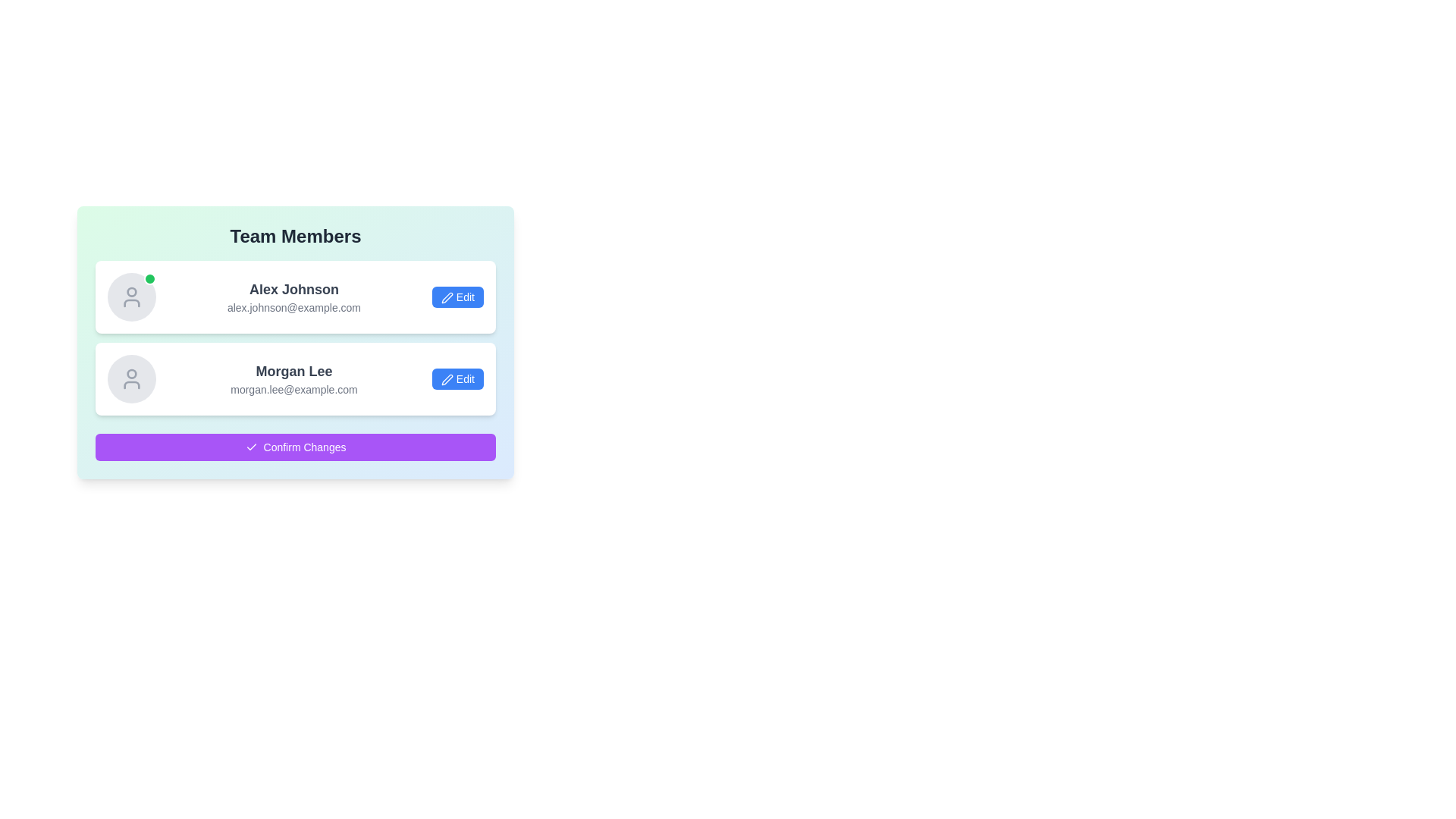 The width and height of the screenshot is (1456, 819). Describe the element at coordinates (294, 378) in the screenshot. I see `the text display block that shows a team member's name and email information, located in the second user information card under the 'Team Members' section` at that location.